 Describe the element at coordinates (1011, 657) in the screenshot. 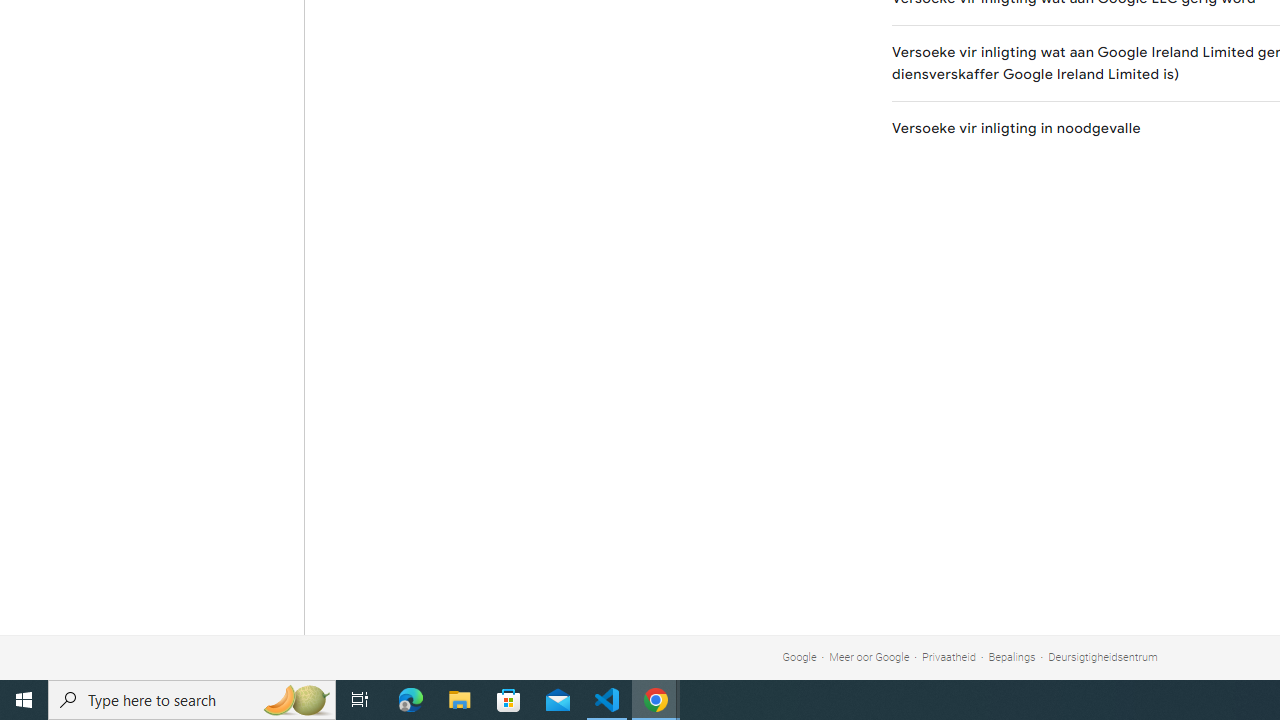

I see `'Bepalings'` at that location.